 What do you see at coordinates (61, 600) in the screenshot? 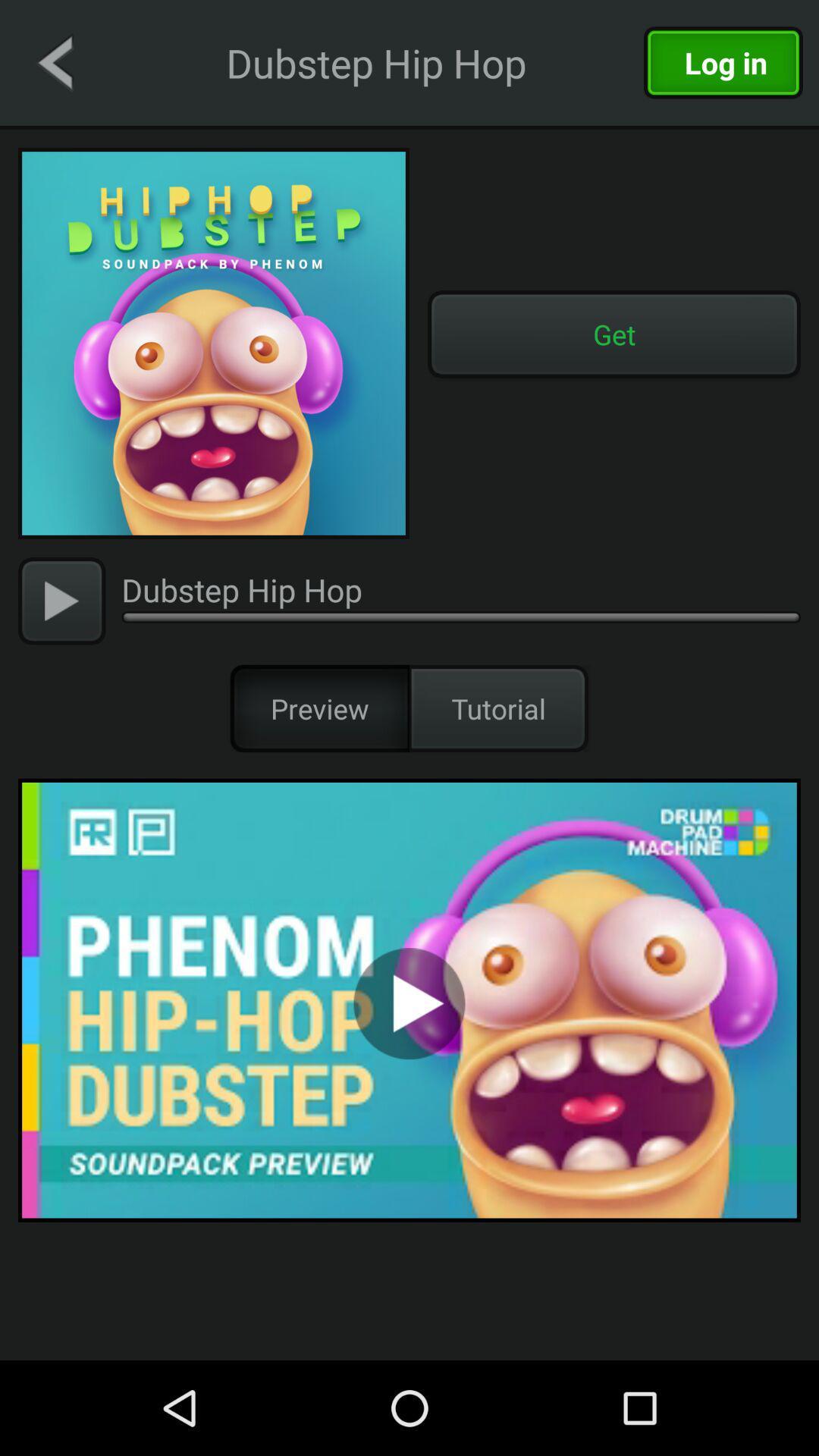
I see `the item on the left` at bounding box center [61, 600].